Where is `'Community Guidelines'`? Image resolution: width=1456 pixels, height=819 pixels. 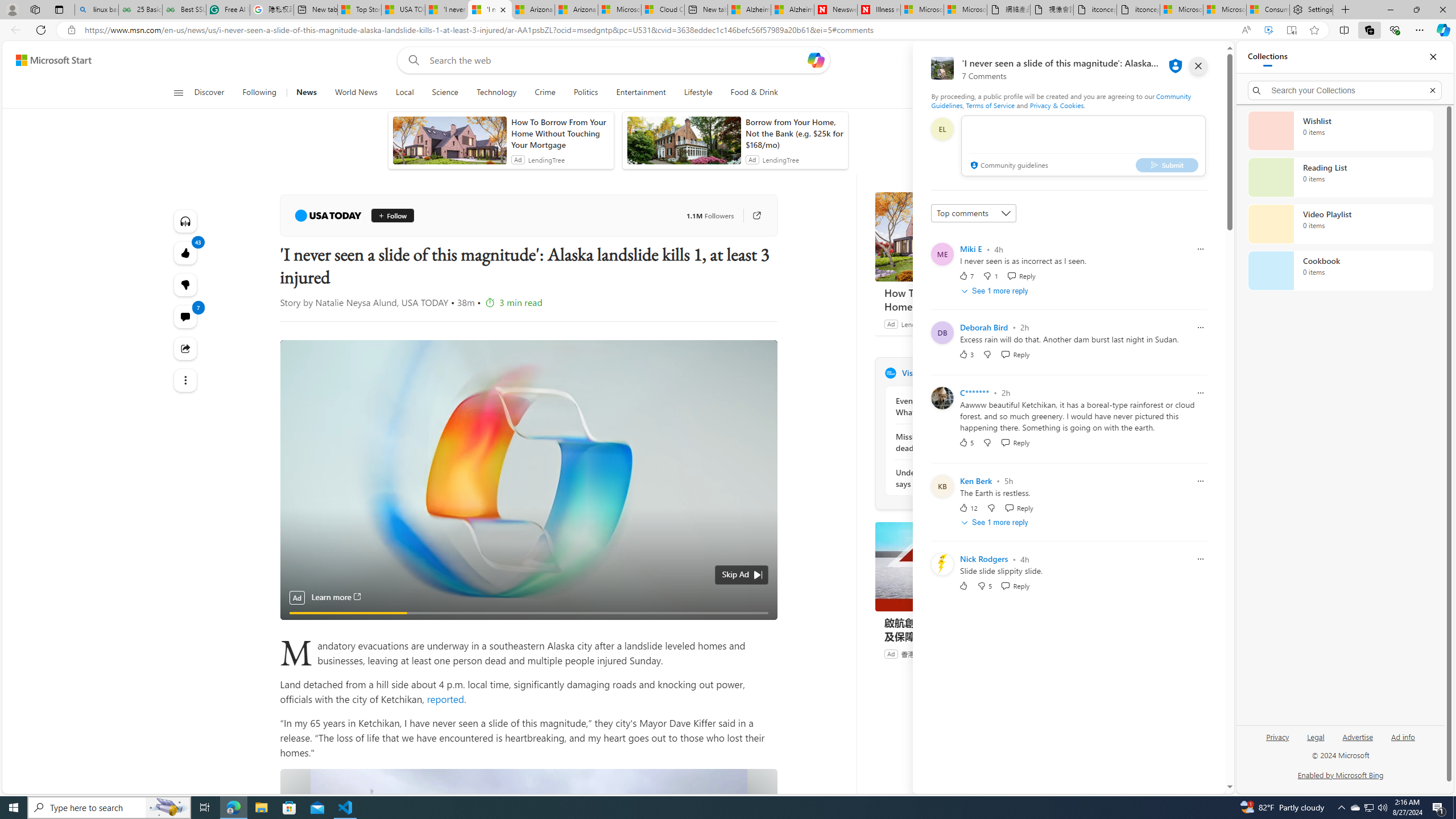 'Community Guidelines' is located at coordinates (1060, 100).